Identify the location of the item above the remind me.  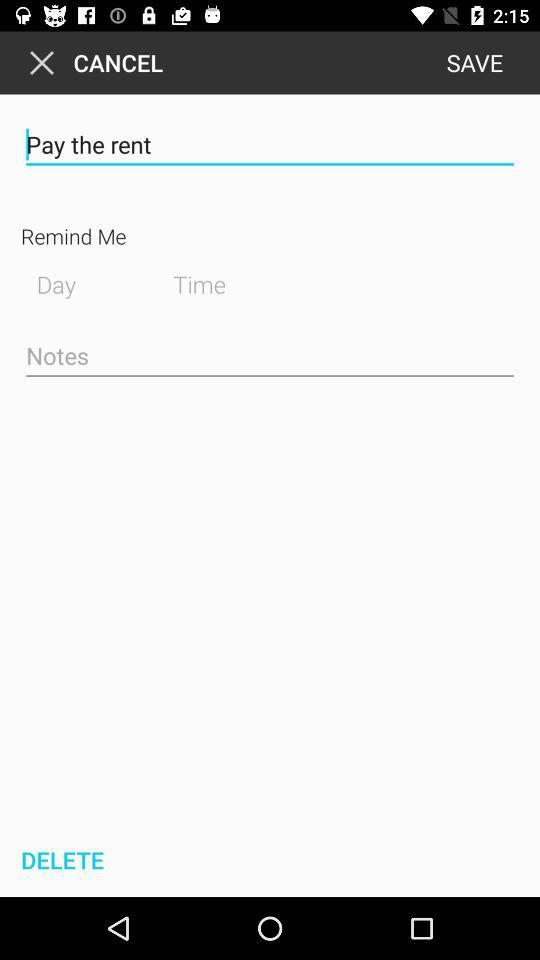
(270, 144).